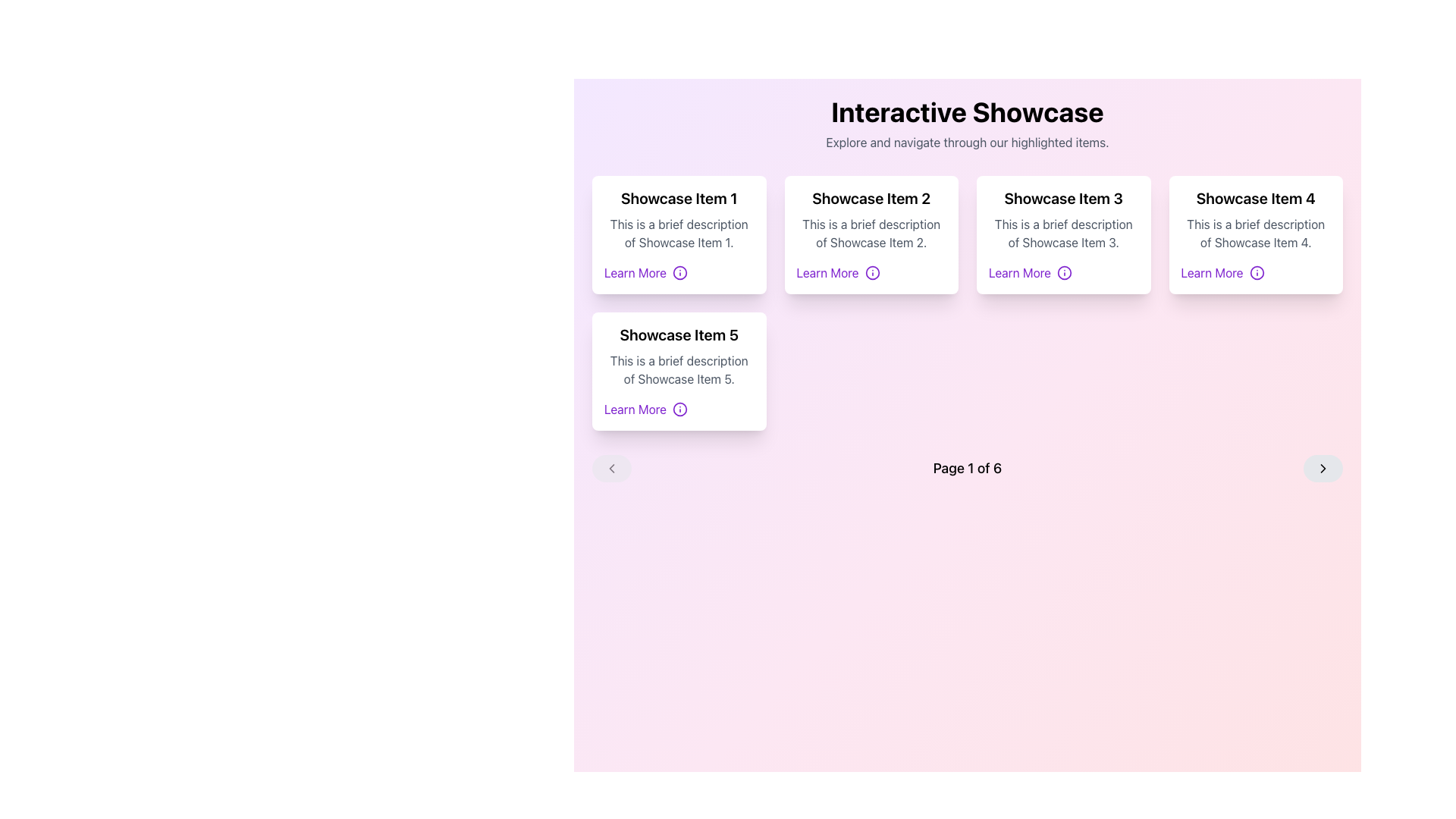  Describe the element at coordinates (611, 467) in the screenshot. I see `the 'previous' button located inside an SVG element at the bottom left of the interface` at that location.